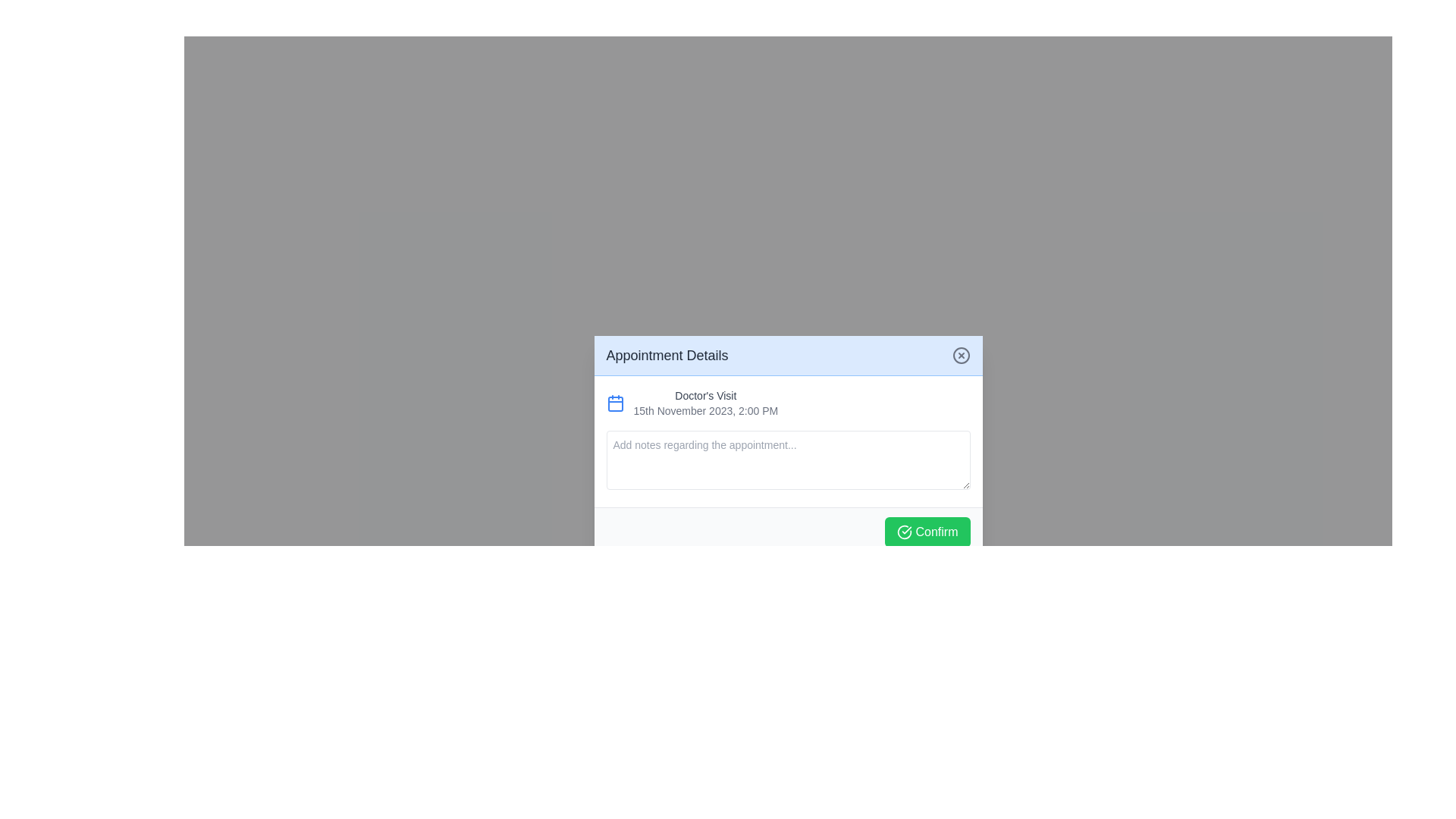 The height and width of the screenshot is (819, 1456). What do you see at coordinates (960, 355) in the screenshot?
I see `the circular outline SVG graphic element located in the upper-right corner of the modal dialog box` at bounding box center [960, 355].